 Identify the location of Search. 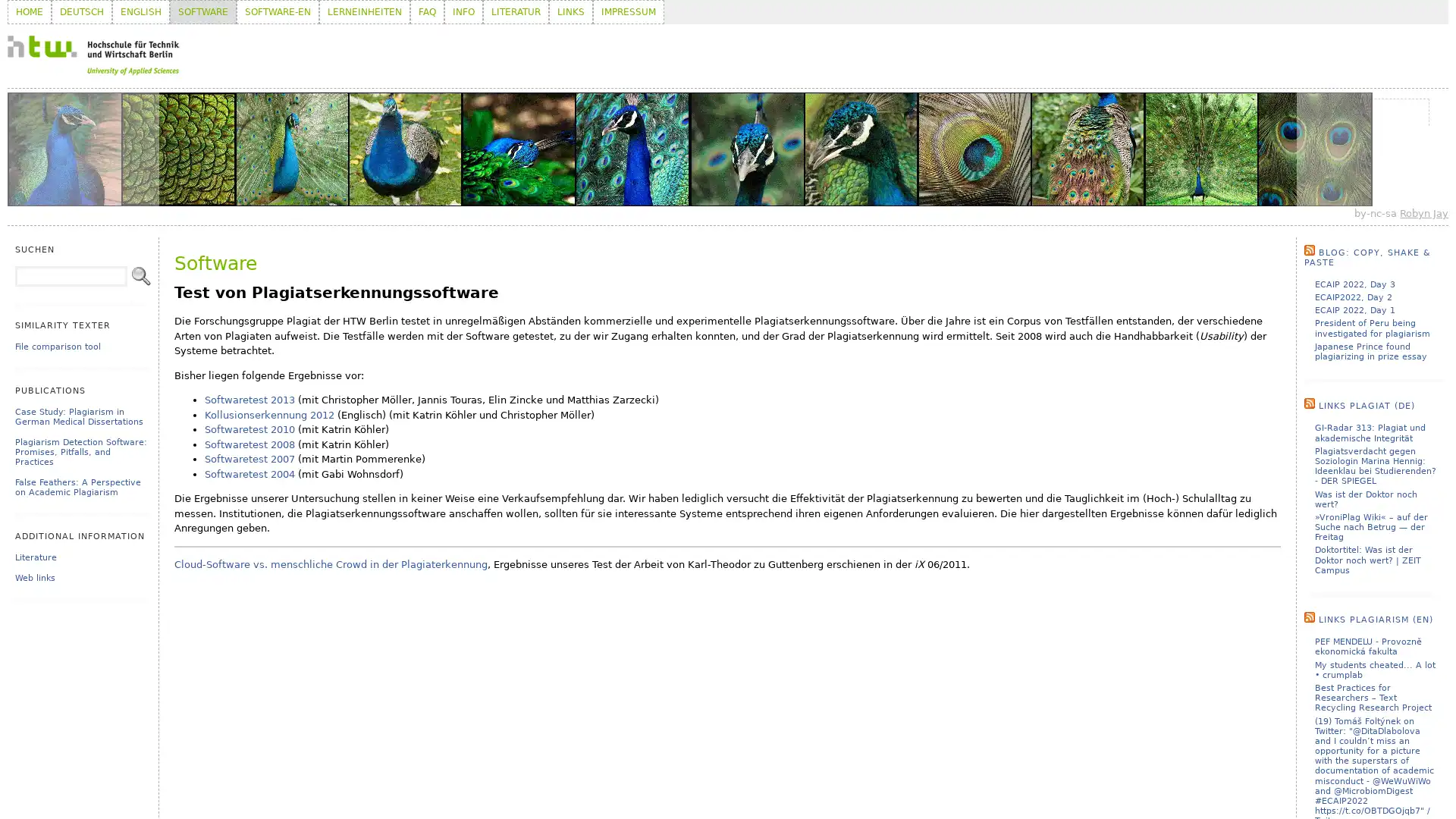
(138, 275).